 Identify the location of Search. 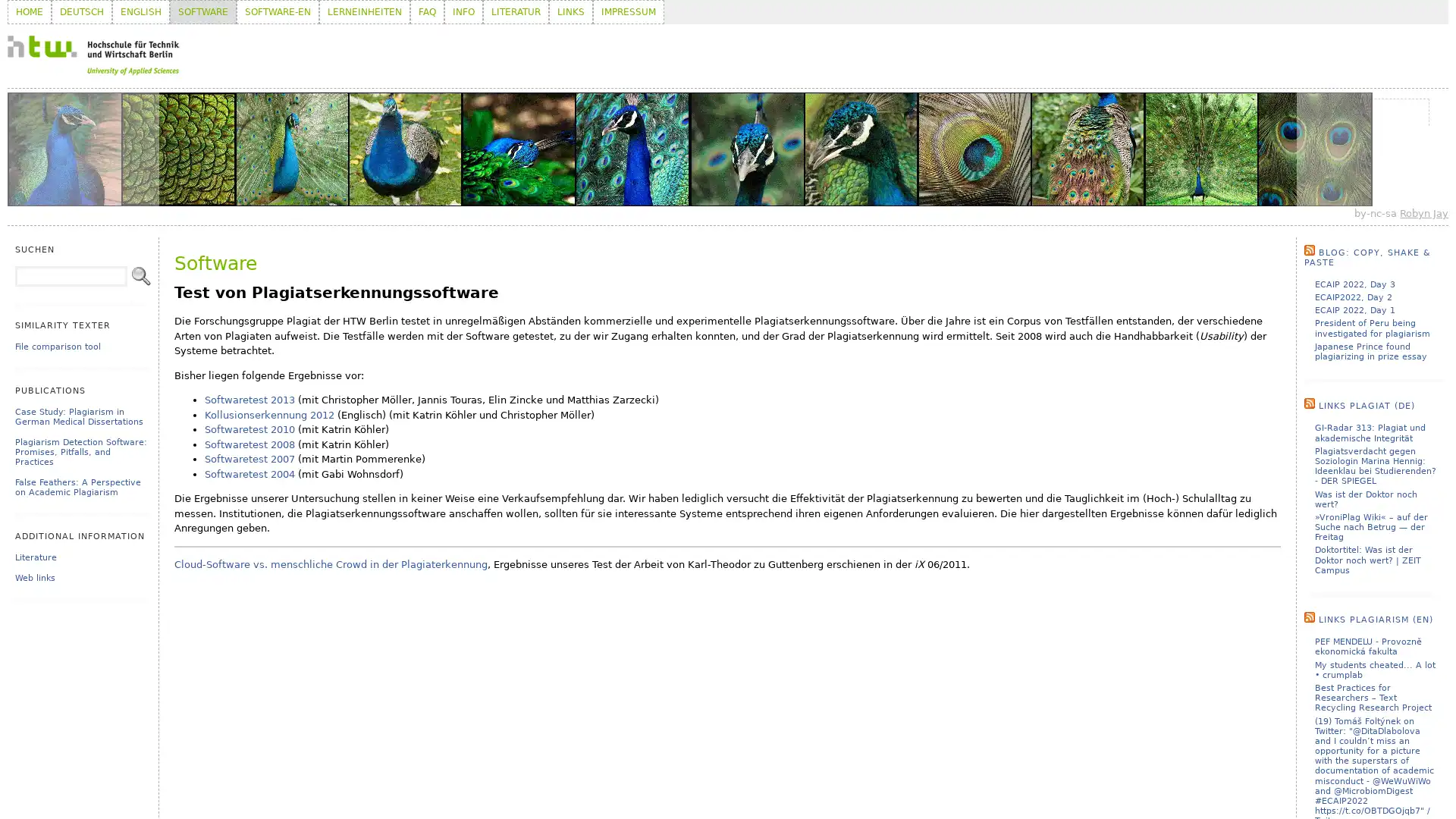
(138, 275).